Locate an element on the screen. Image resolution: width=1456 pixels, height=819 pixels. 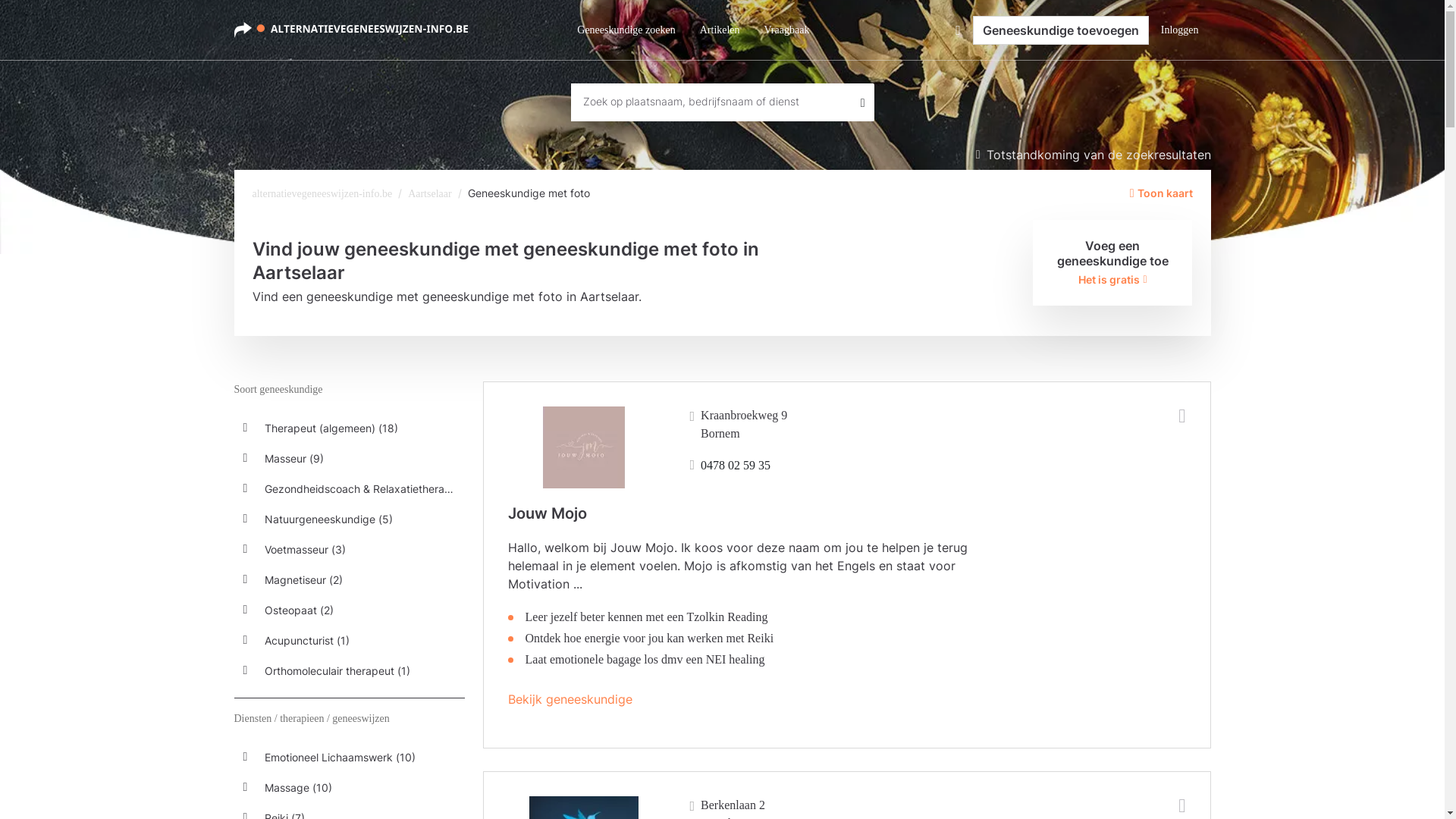
'Acupuncturist (1)' is located at coordinates (348, 640).